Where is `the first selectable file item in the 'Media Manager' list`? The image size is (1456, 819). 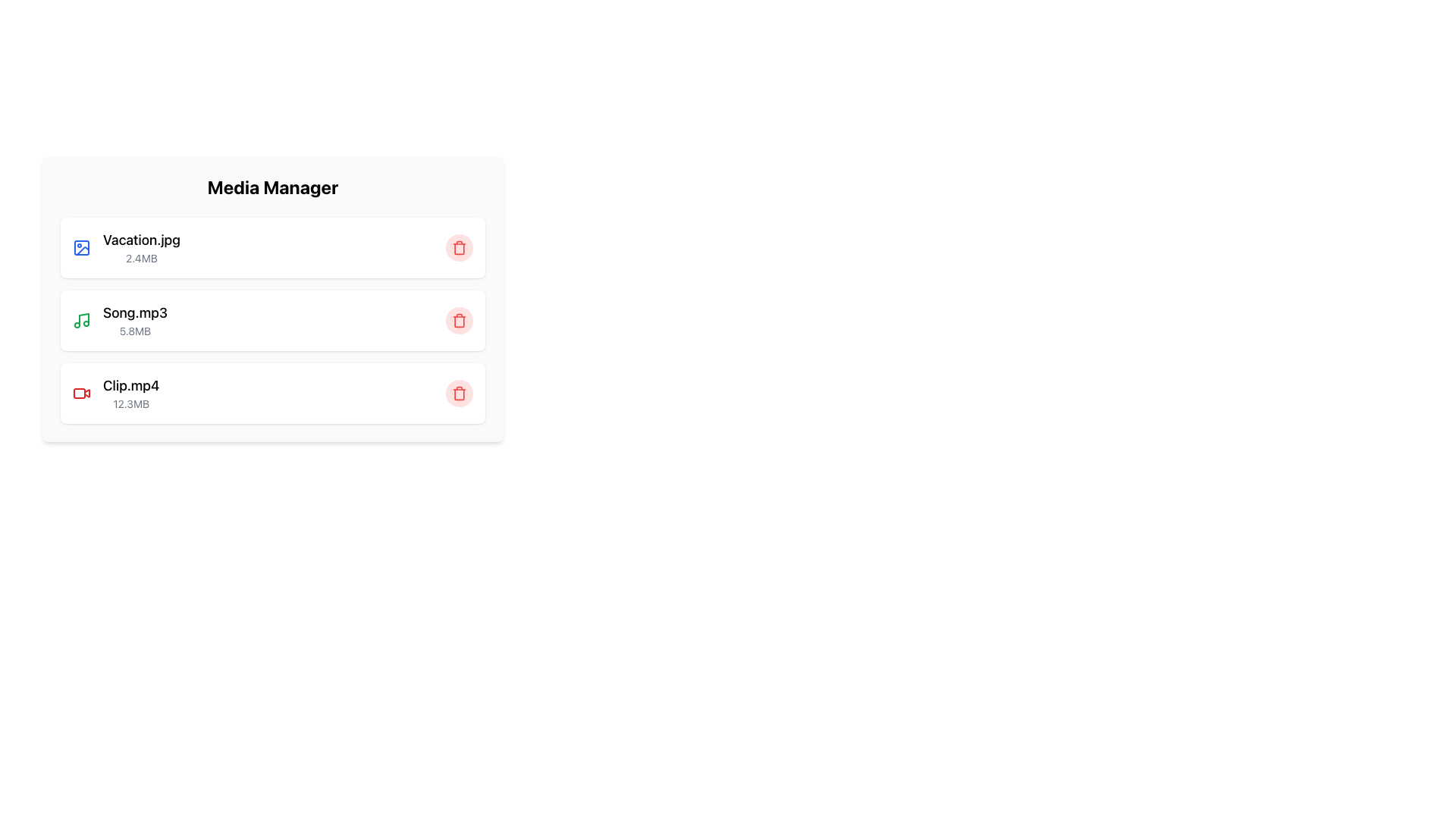 the first selectable file item in the 'Media Manager' list is located at coordinates (273, 247).